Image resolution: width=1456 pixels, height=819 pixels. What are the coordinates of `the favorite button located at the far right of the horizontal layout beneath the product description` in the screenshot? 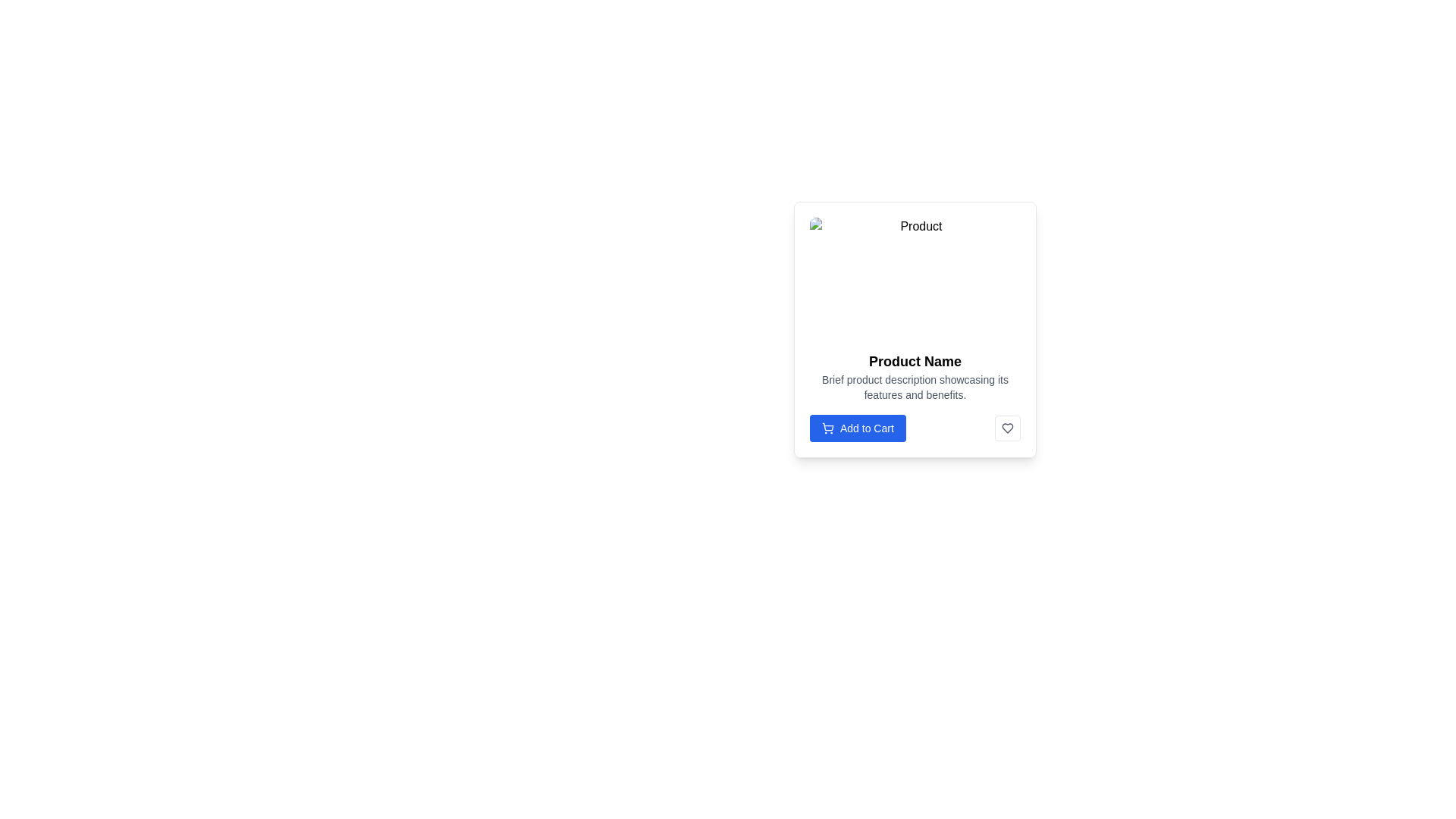 It's located at (1008, 428).